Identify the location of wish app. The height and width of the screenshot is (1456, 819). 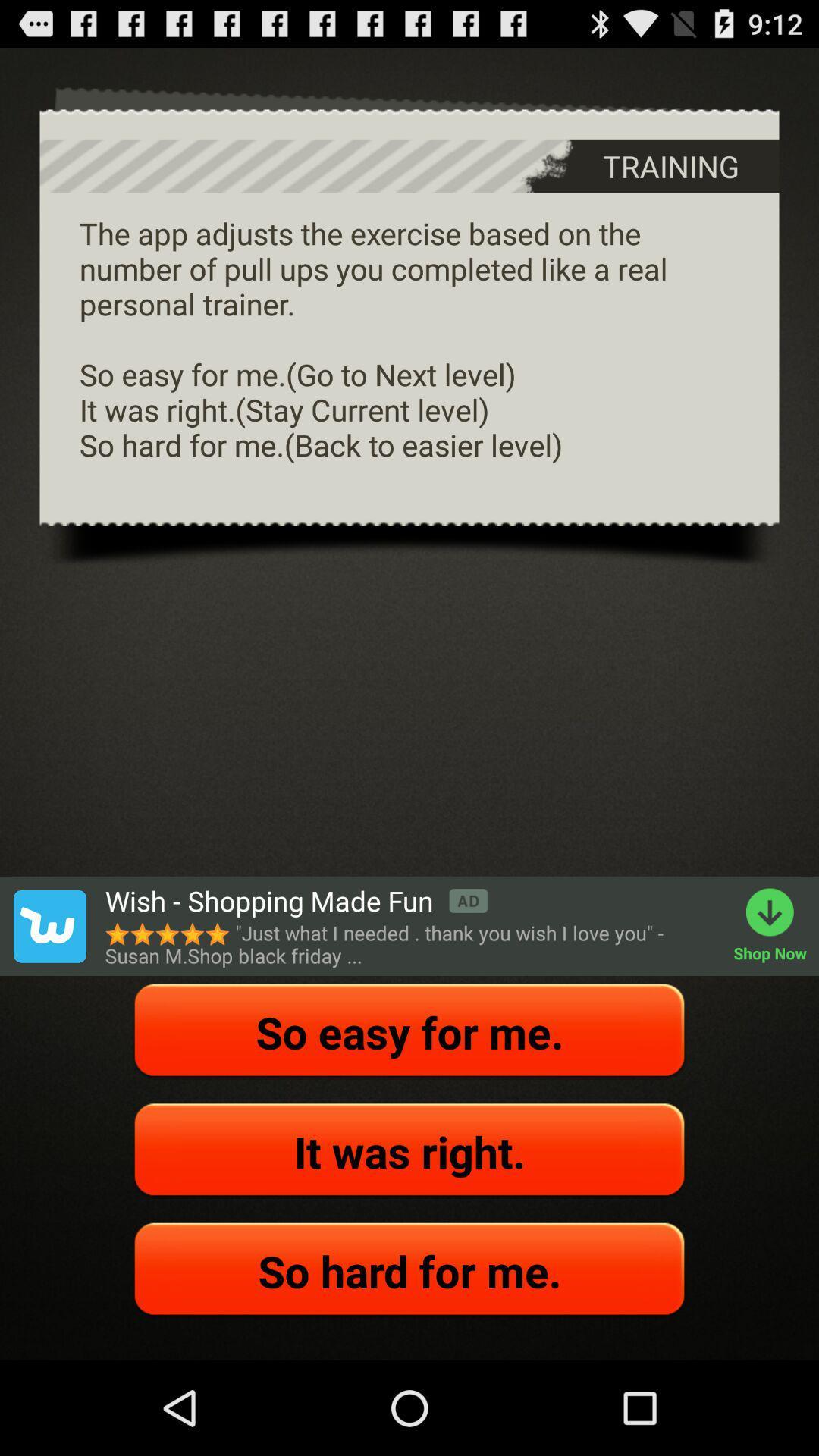
(49, 925).